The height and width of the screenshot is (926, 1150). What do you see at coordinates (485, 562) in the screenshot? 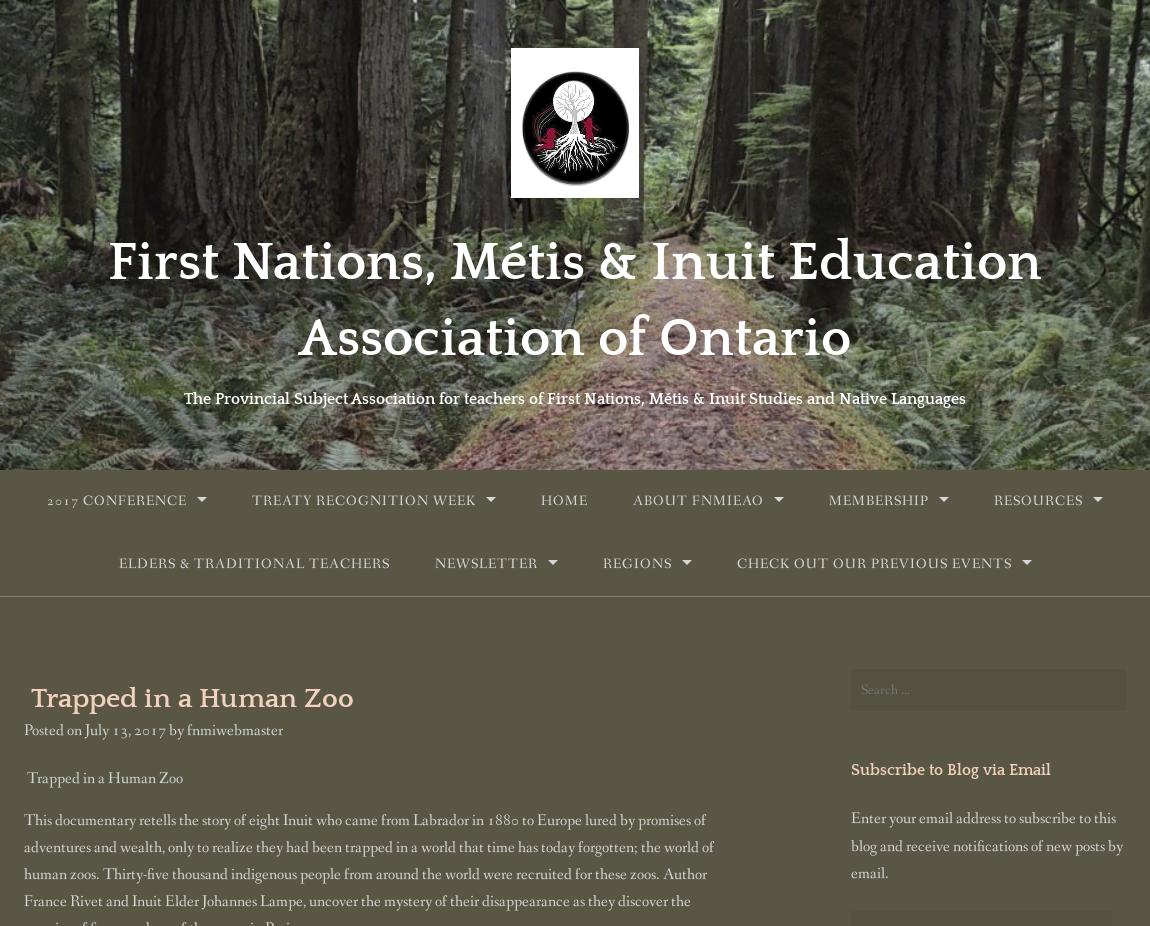
I see `'Newsletter'` at bounding box center [485, 562].